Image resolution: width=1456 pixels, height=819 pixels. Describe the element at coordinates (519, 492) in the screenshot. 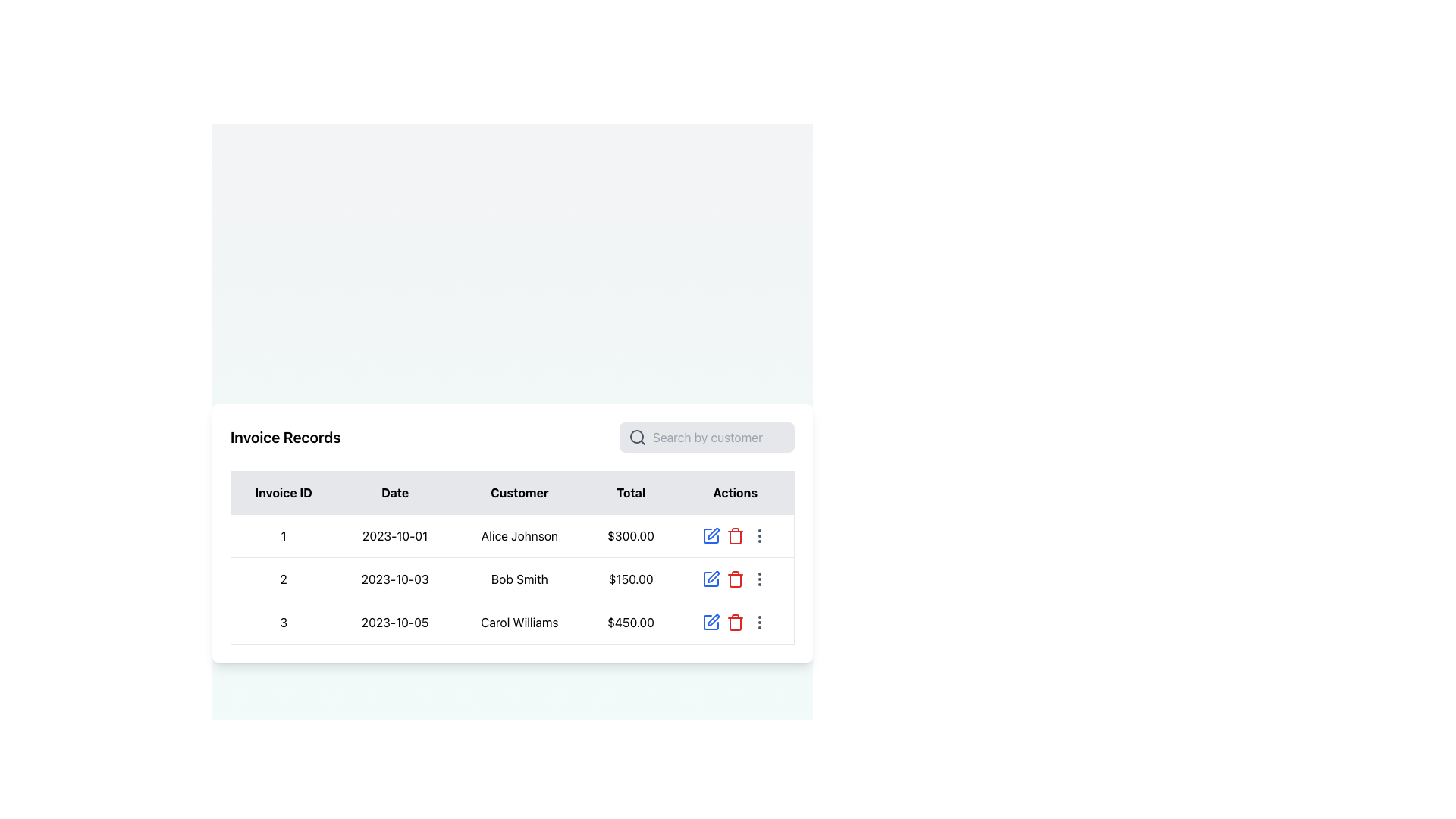

I see `the 'Customer' text label which is styled in bold black font and located in the header of the table, between 'Date' and 'Total'` at that location.